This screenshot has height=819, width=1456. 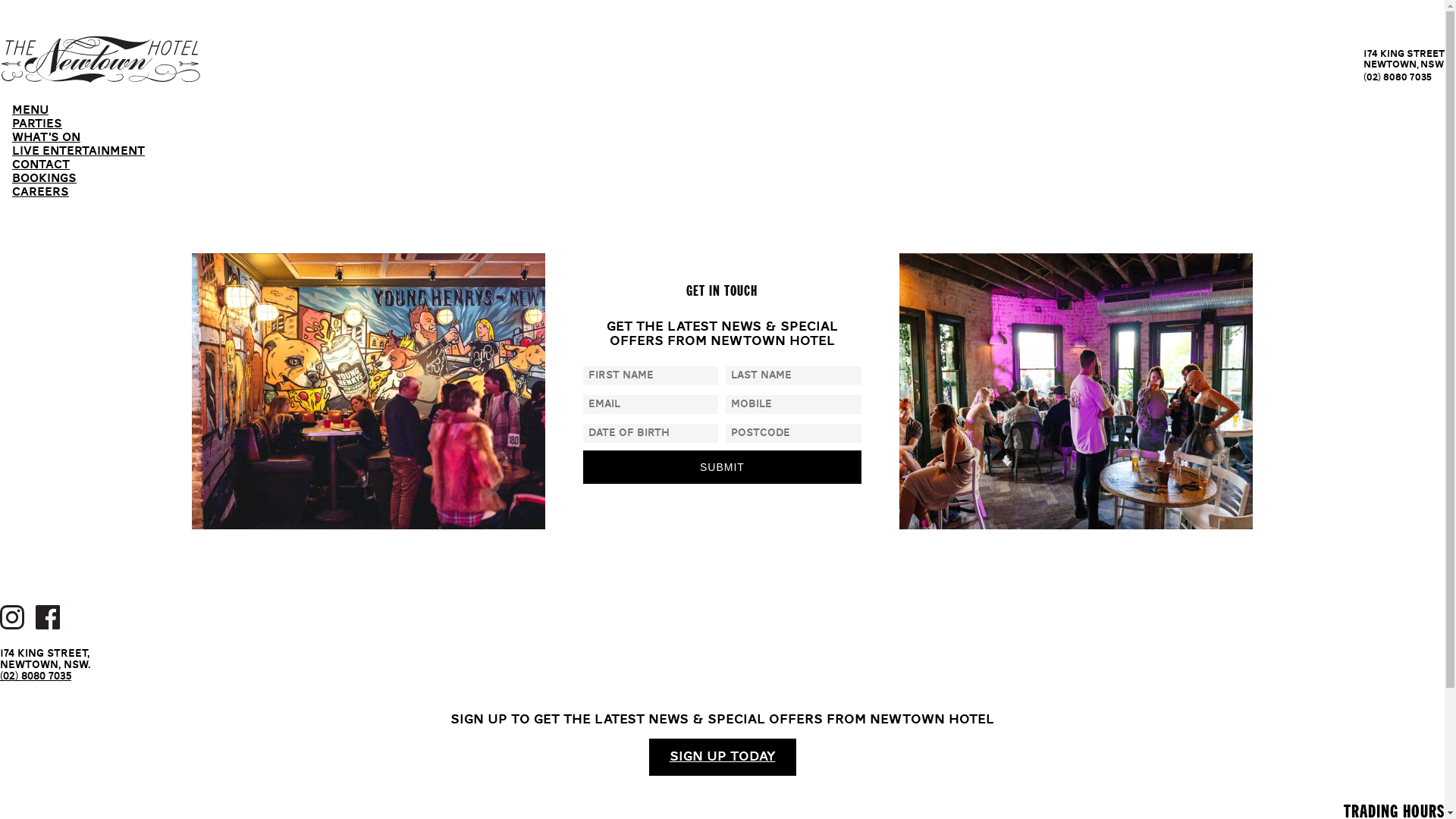 What do you see at coordinates (722, 757) in the screenshot?
I see `'SIGN UP TODAY'` at bounding box center [722, 757].